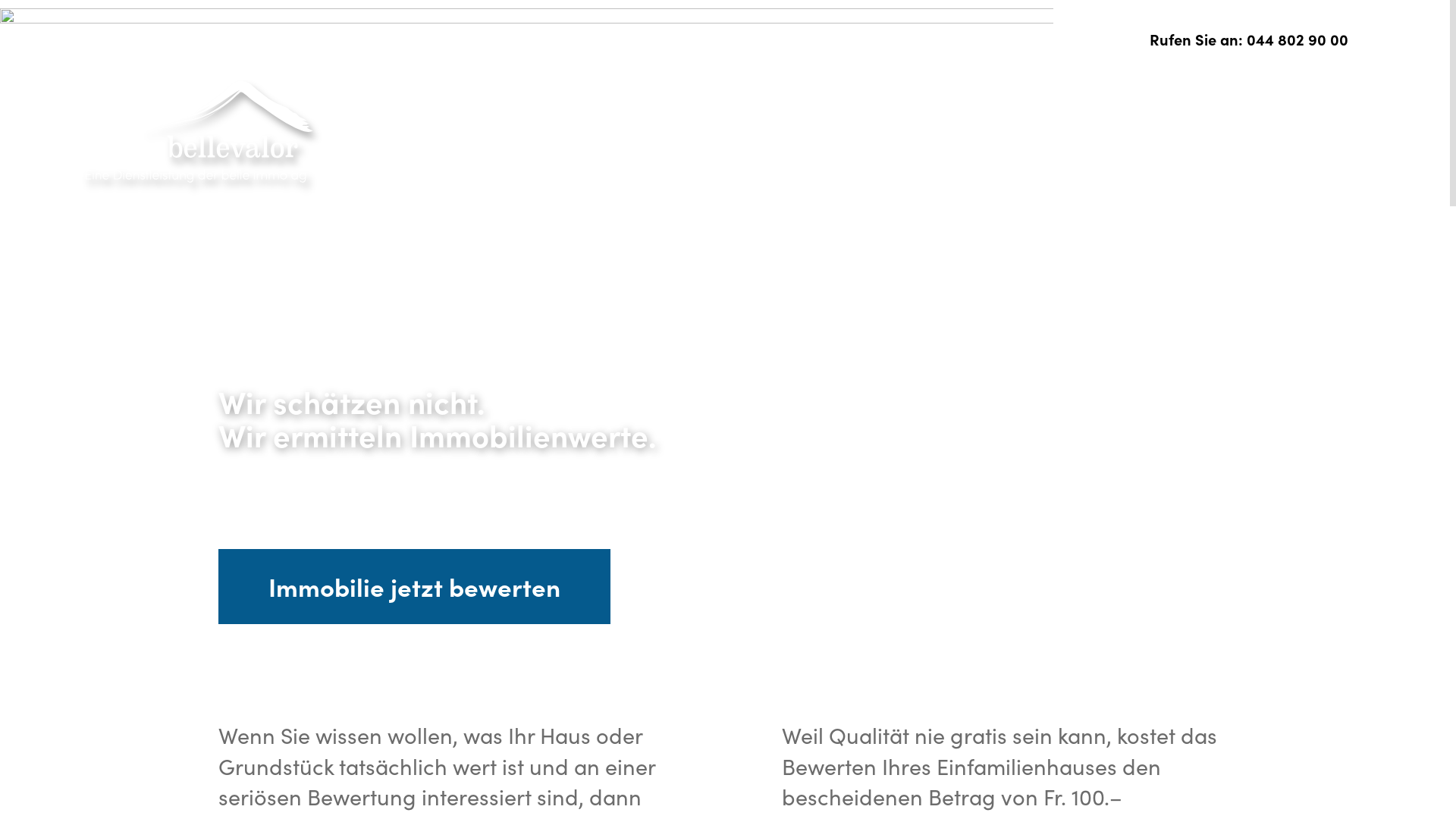  What do you see at coordinates (414, 585) in the screenshot?
I see `'Immobilie jetzt bewerten'` at bounding box center [414, 585].